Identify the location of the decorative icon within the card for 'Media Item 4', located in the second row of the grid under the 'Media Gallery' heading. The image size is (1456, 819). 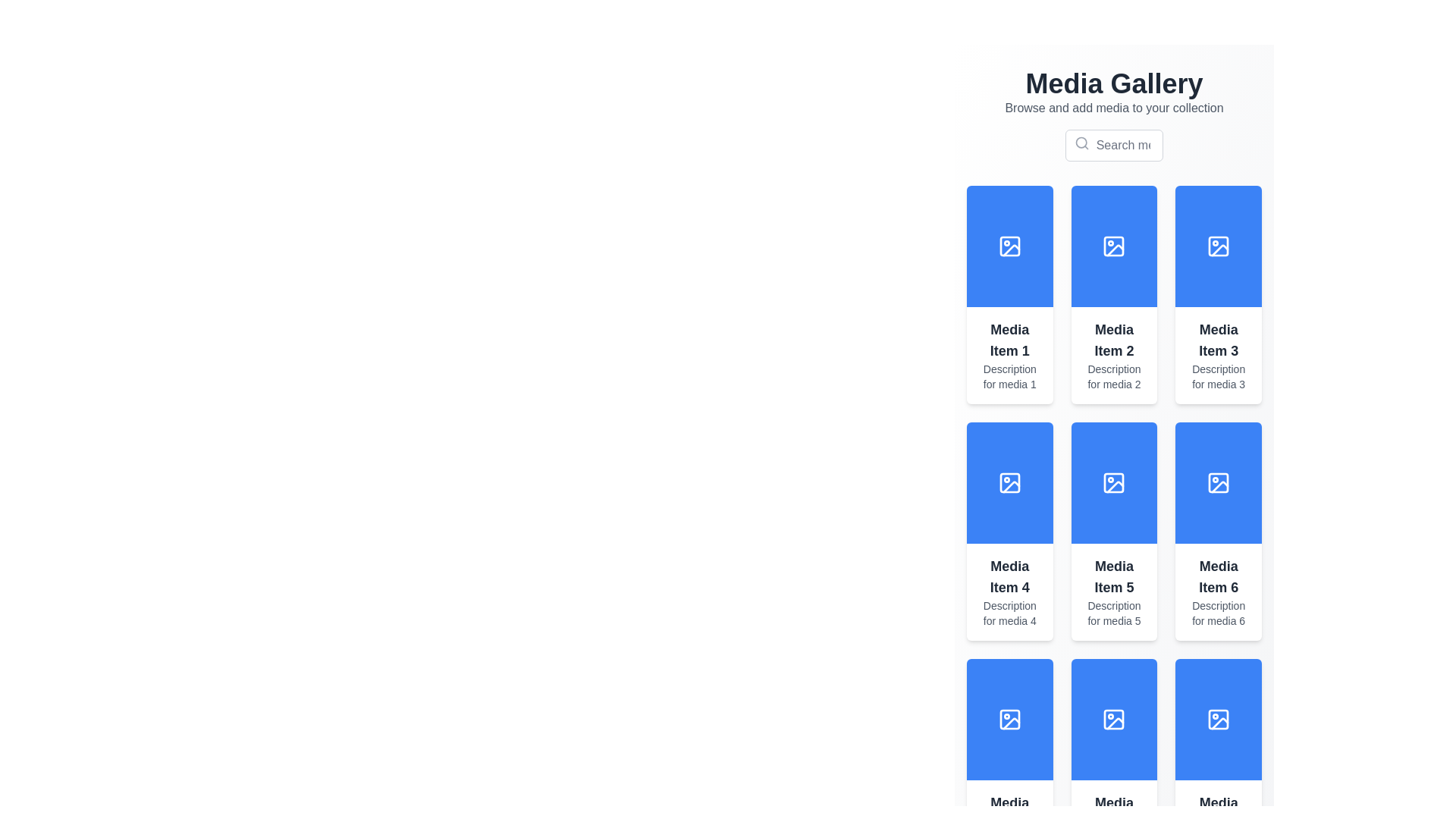
(1009, 482).